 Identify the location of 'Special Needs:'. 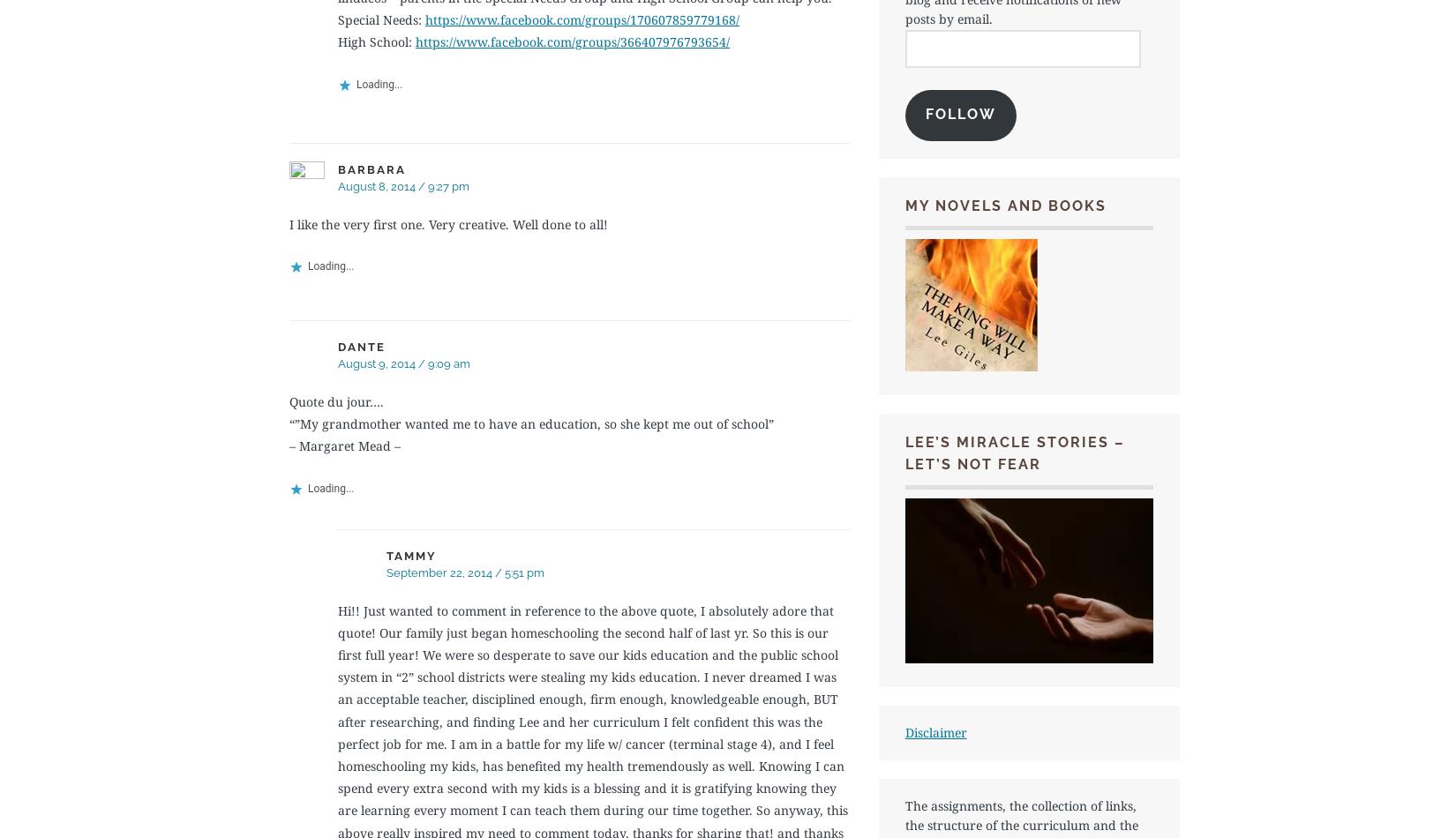
(380, 19).